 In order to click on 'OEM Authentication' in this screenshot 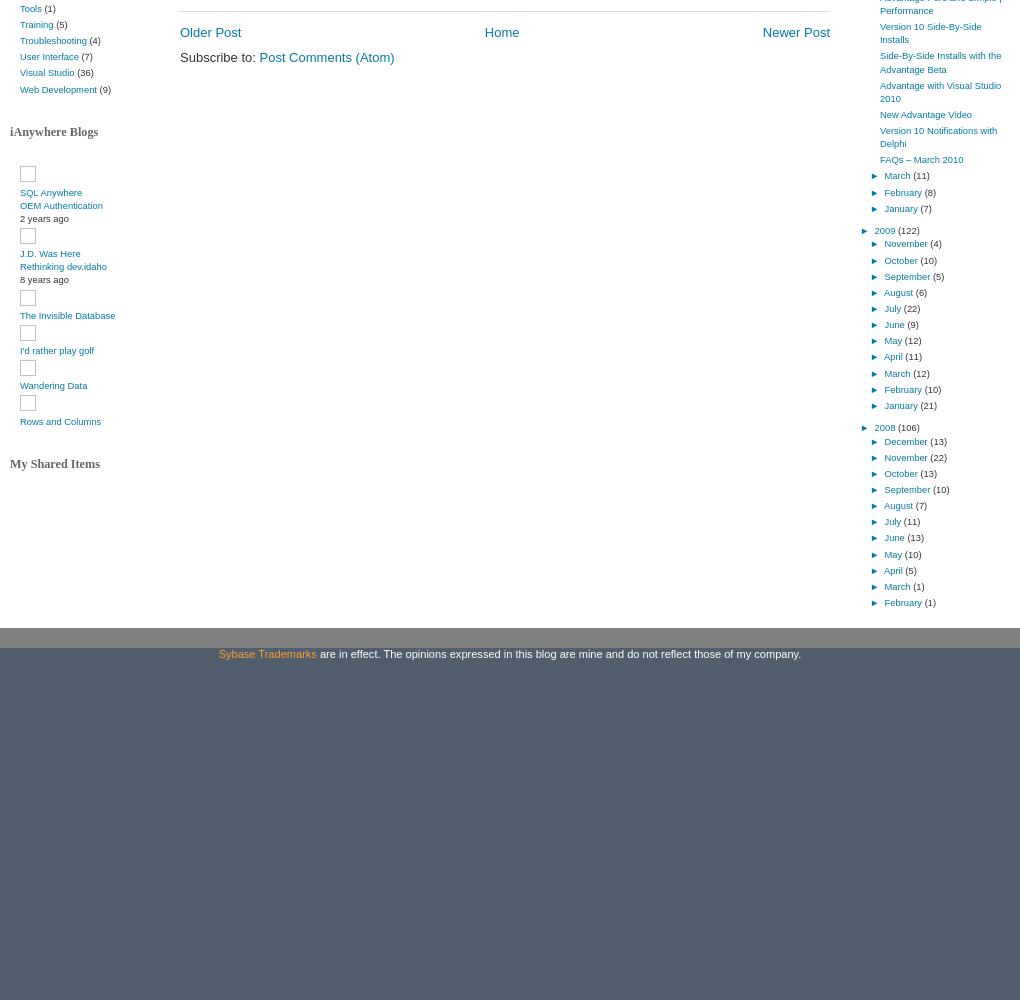, I will do `click(60, 203)`.